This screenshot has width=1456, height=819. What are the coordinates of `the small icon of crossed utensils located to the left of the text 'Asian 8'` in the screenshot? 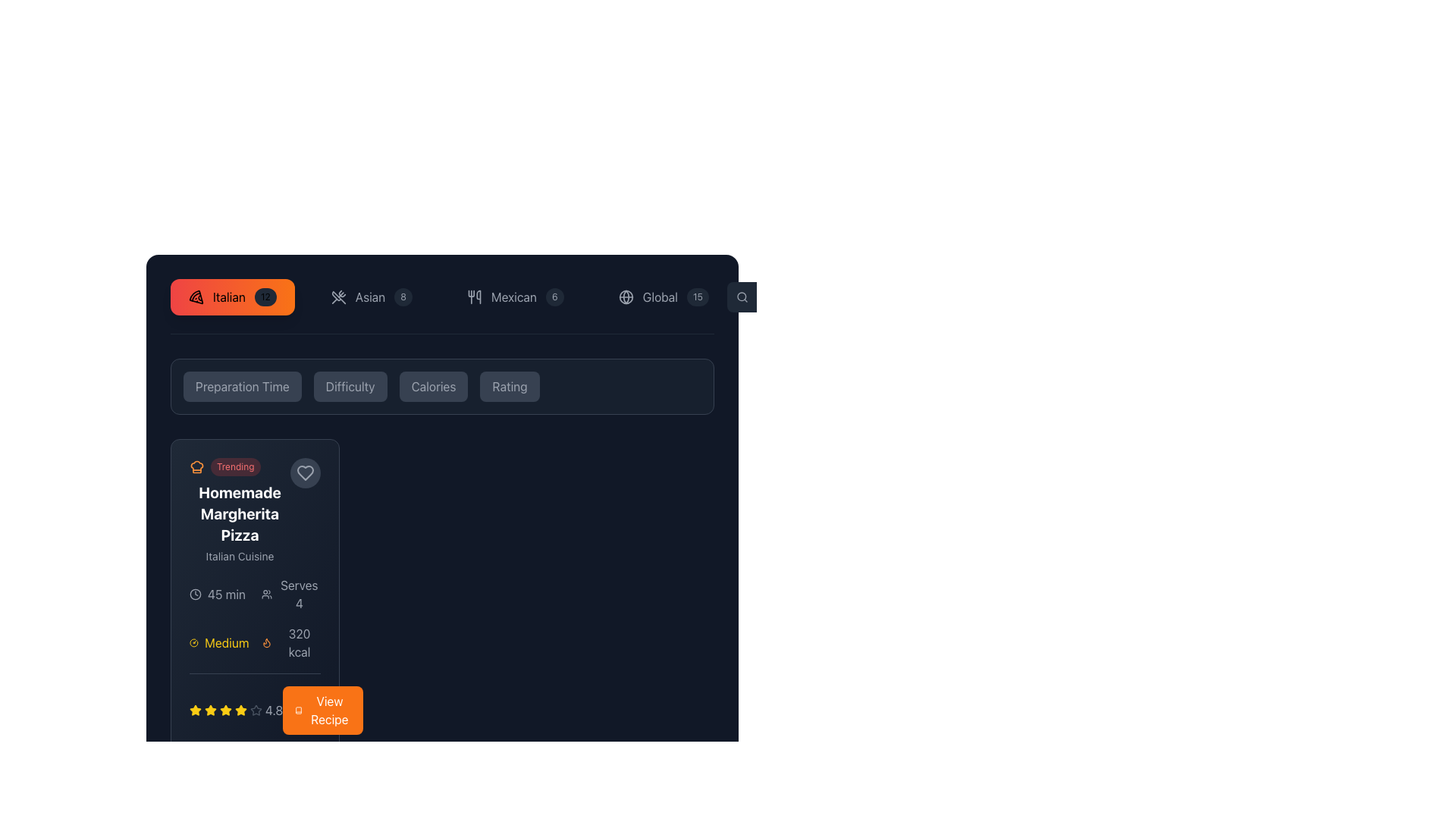 It's located at (337, 297).